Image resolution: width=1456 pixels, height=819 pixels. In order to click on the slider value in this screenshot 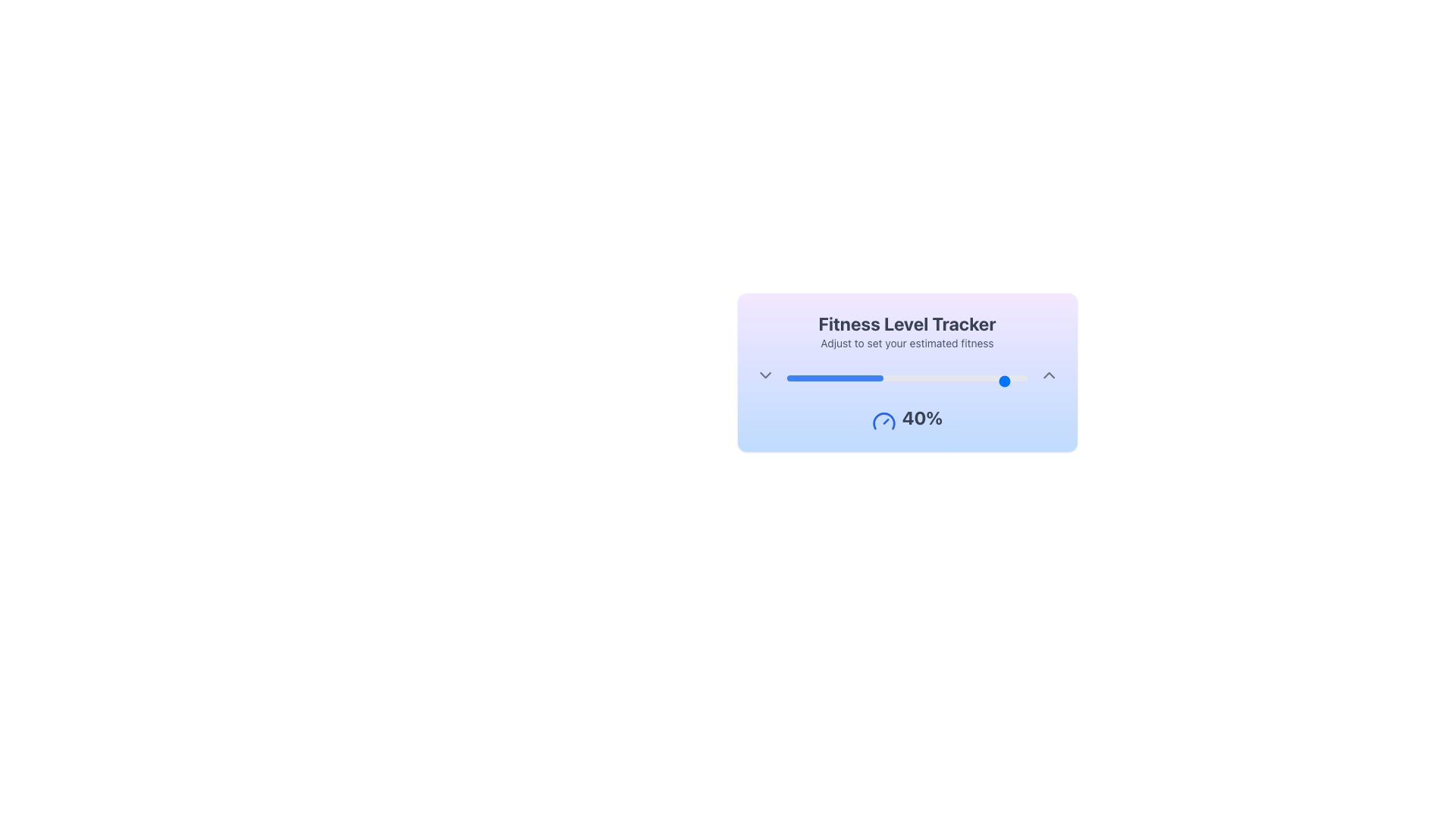, I will do `click(864, 375)`.